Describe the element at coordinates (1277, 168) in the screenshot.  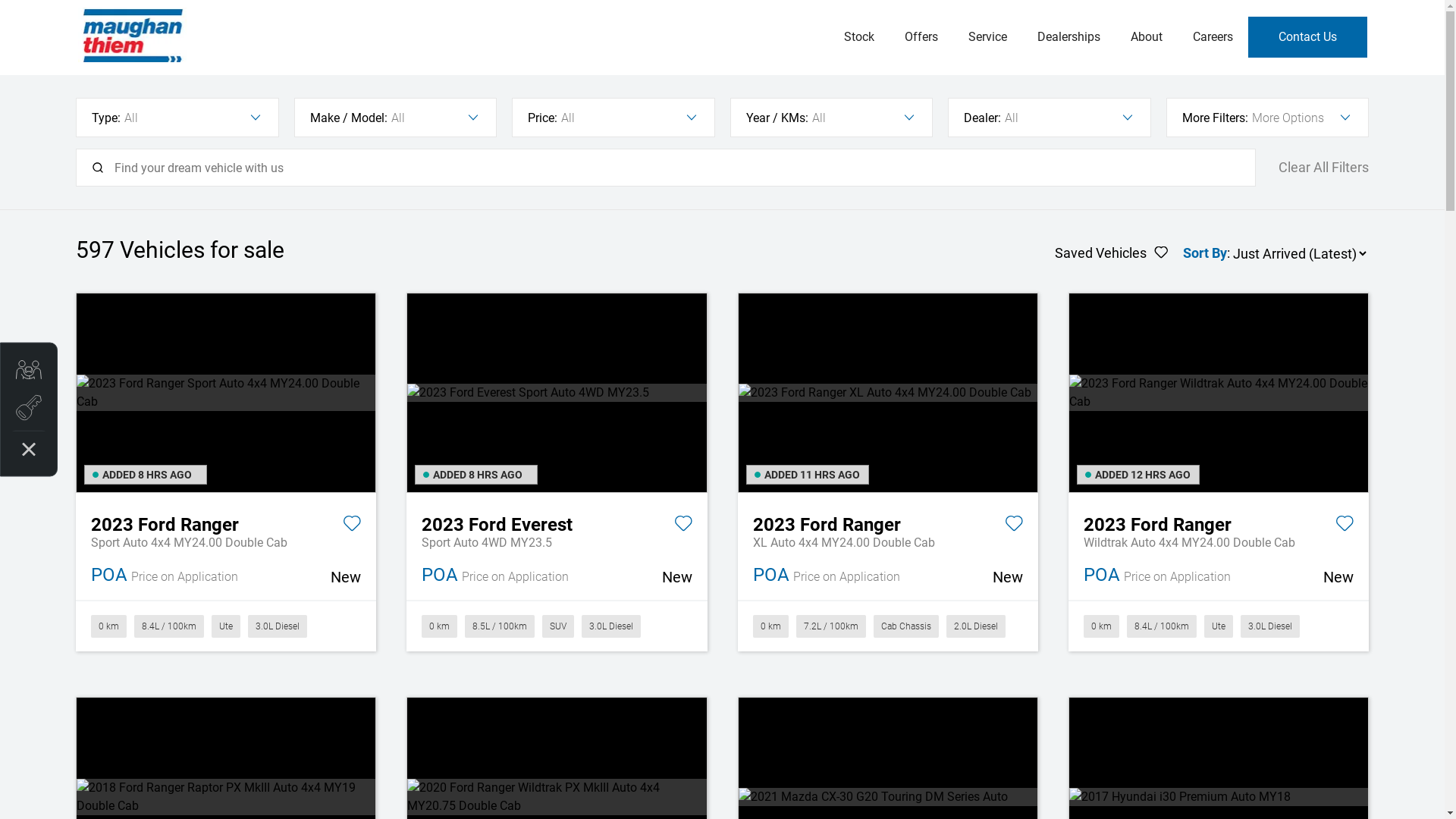
I see `'Clear All Filters'` at that location.